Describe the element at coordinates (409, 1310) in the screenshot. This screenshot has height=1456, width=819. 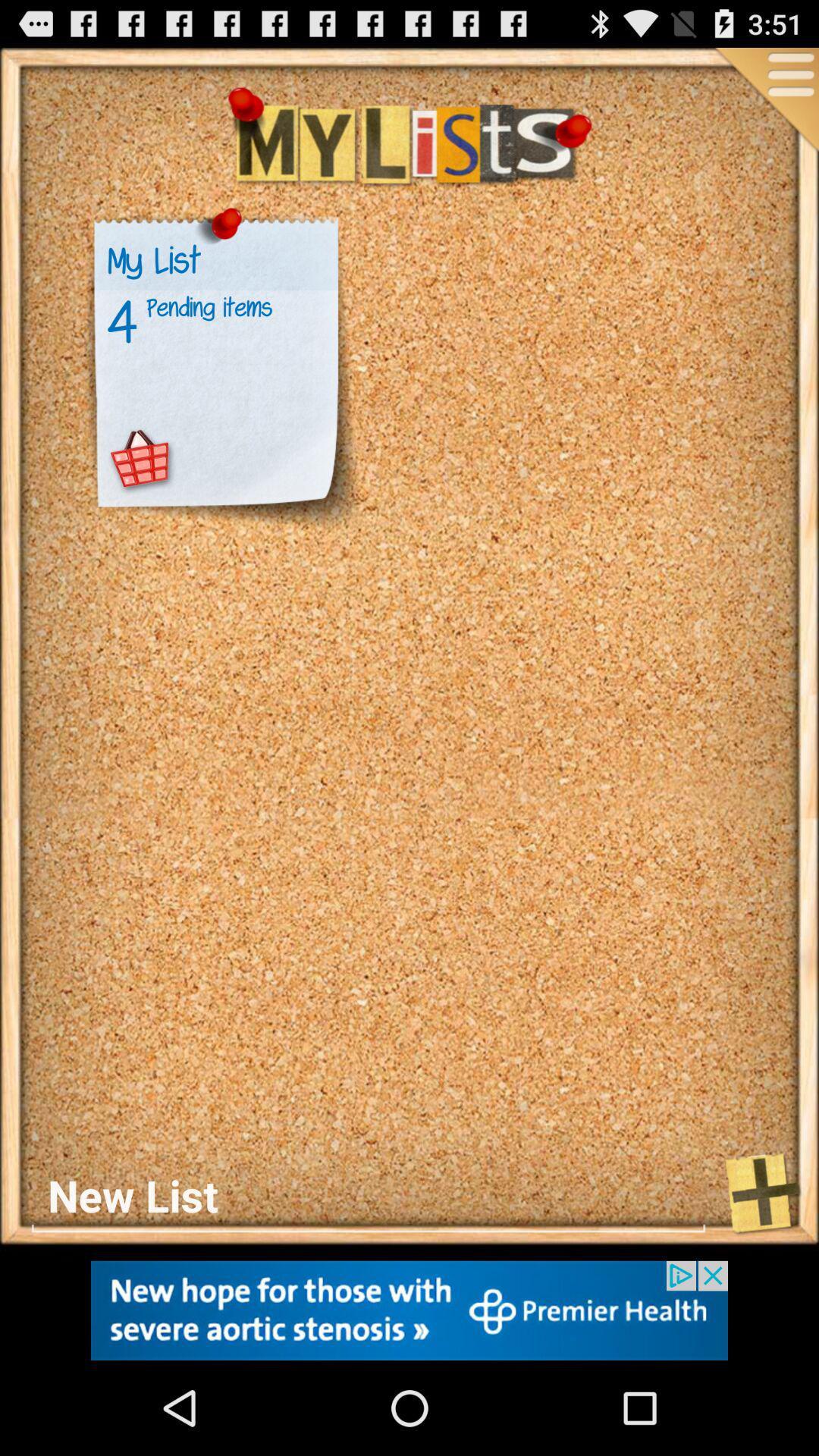
I see `open advertisement` at that location.